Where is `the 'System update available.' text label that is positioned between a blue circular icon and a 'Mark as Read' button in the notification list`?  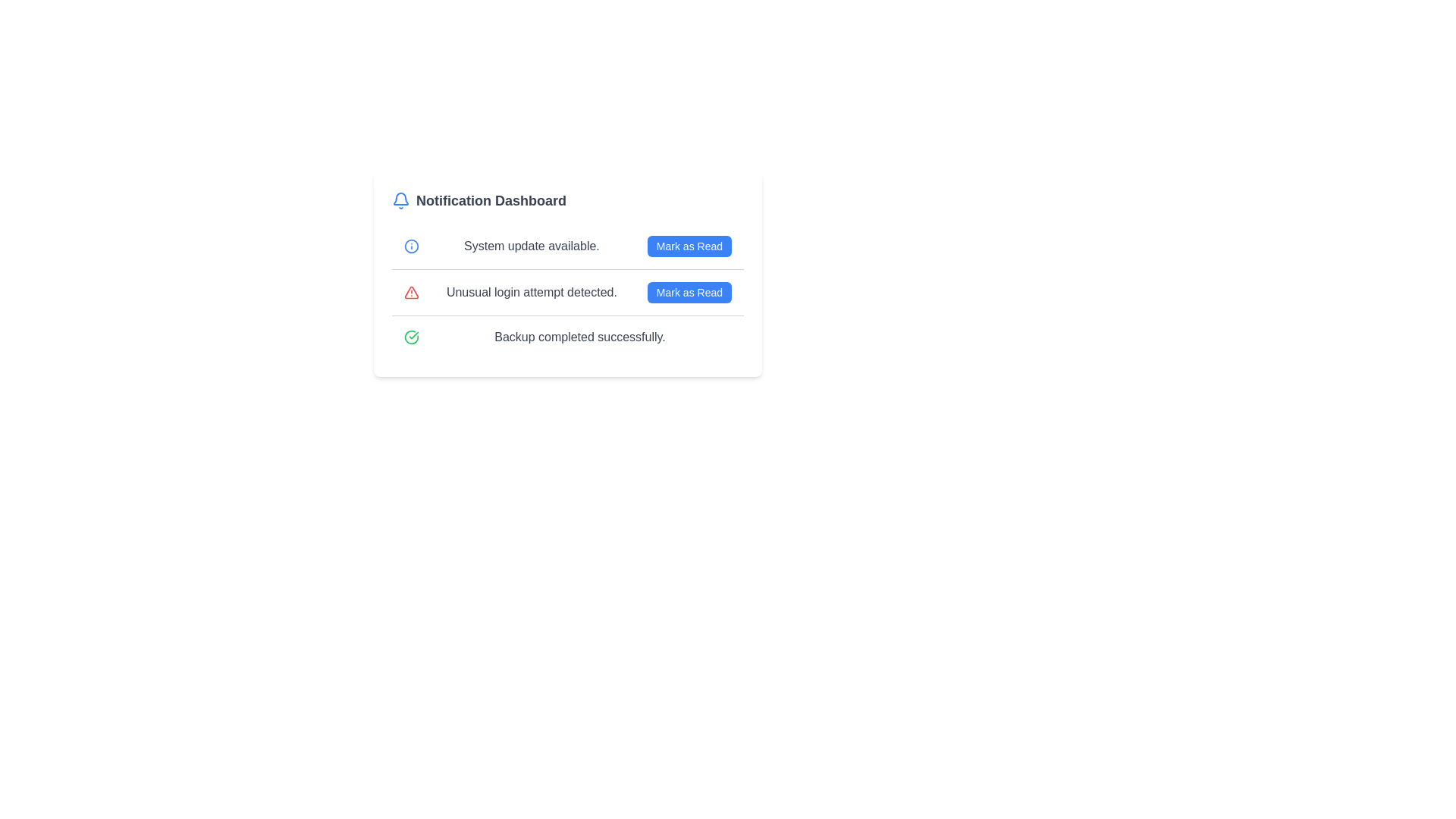 the 'System update available.' text label that is positioned between a blue circular icon and a 'Mark as Read' button in the notification list is located at coordinates (532, 245).